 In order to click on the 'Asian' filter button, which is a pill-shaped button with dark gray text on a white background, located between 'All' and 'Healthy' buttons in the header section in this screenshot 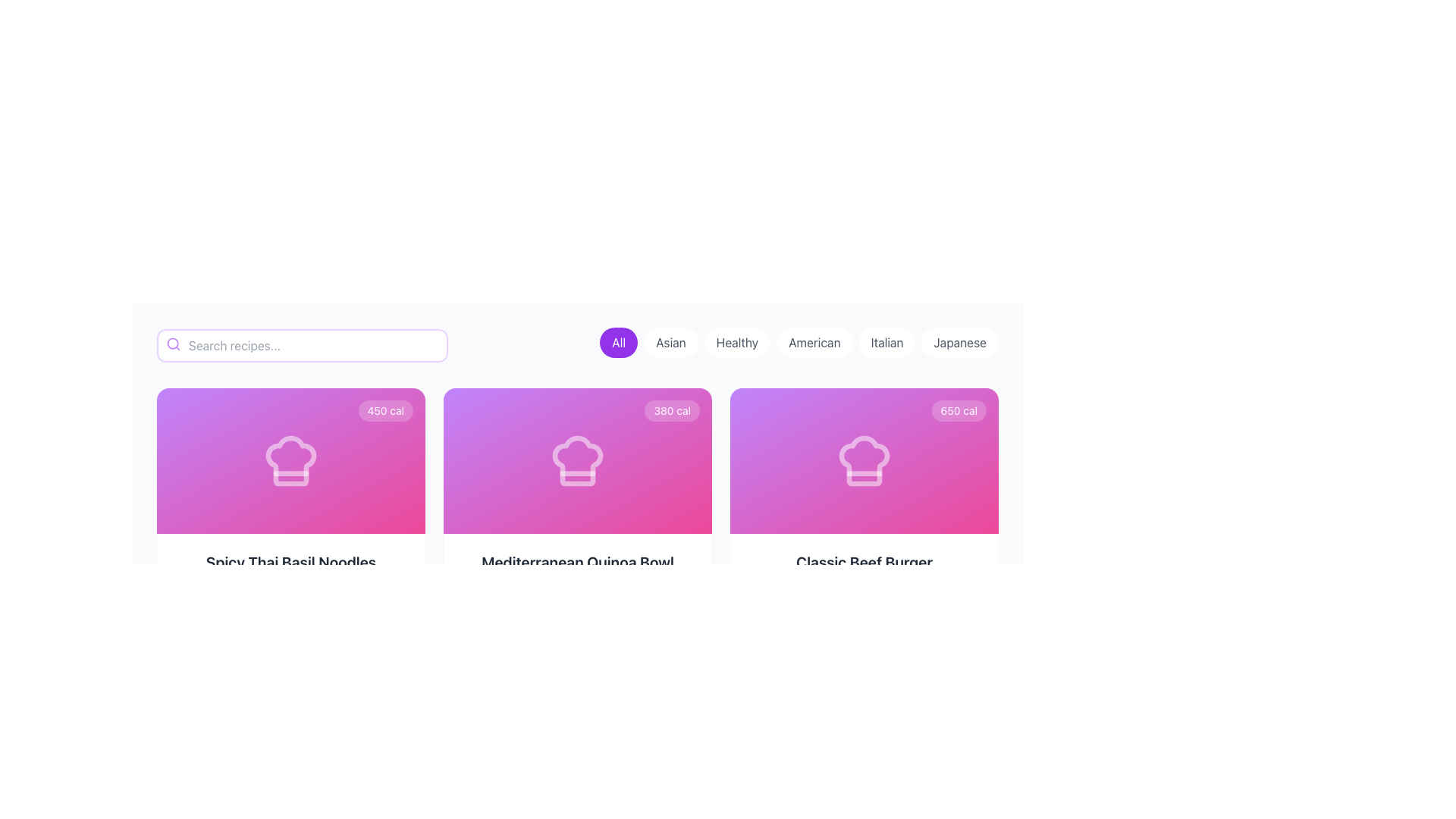, I will do `click(670, 342)`.